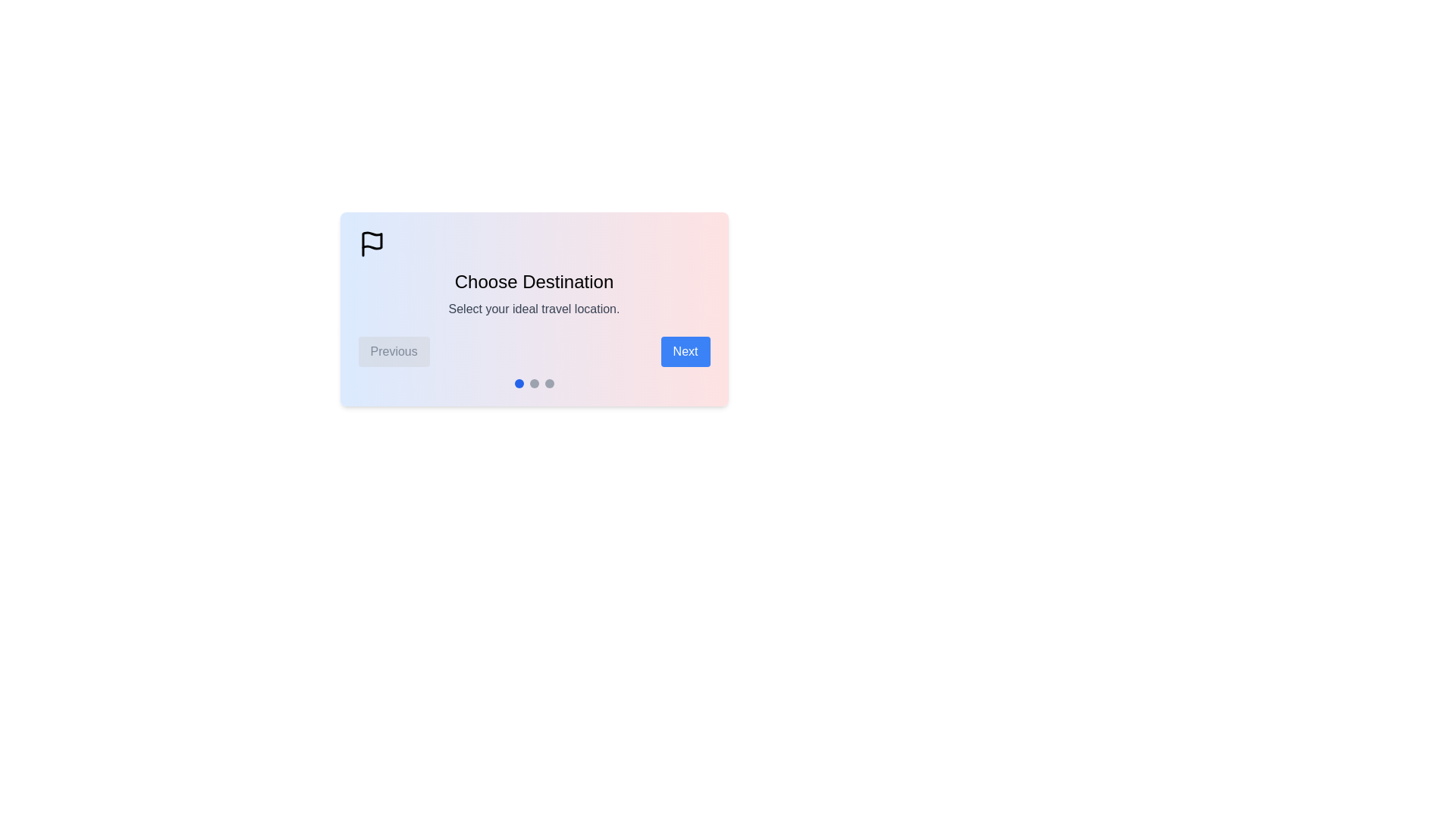 The height and width of the screenshot is (819, 1456). What do you see at coordinates (684, 351) in the screenshot?
I see `'Next' button to navigate to the next step` at bounding box center [684, 351].